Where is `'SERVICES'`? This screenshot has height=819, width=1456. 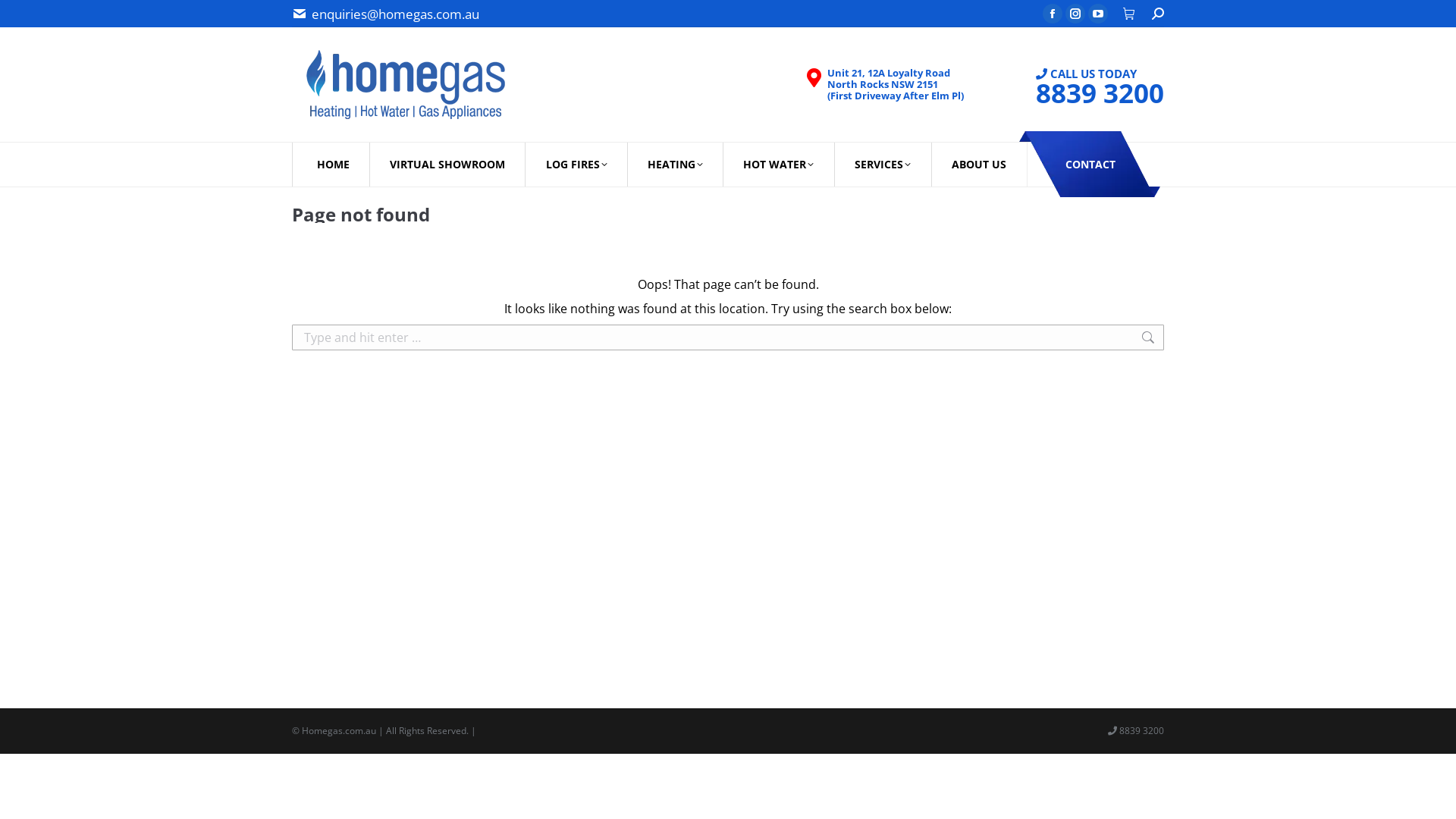 'SERVICES' is located at coordinates (882, 164).